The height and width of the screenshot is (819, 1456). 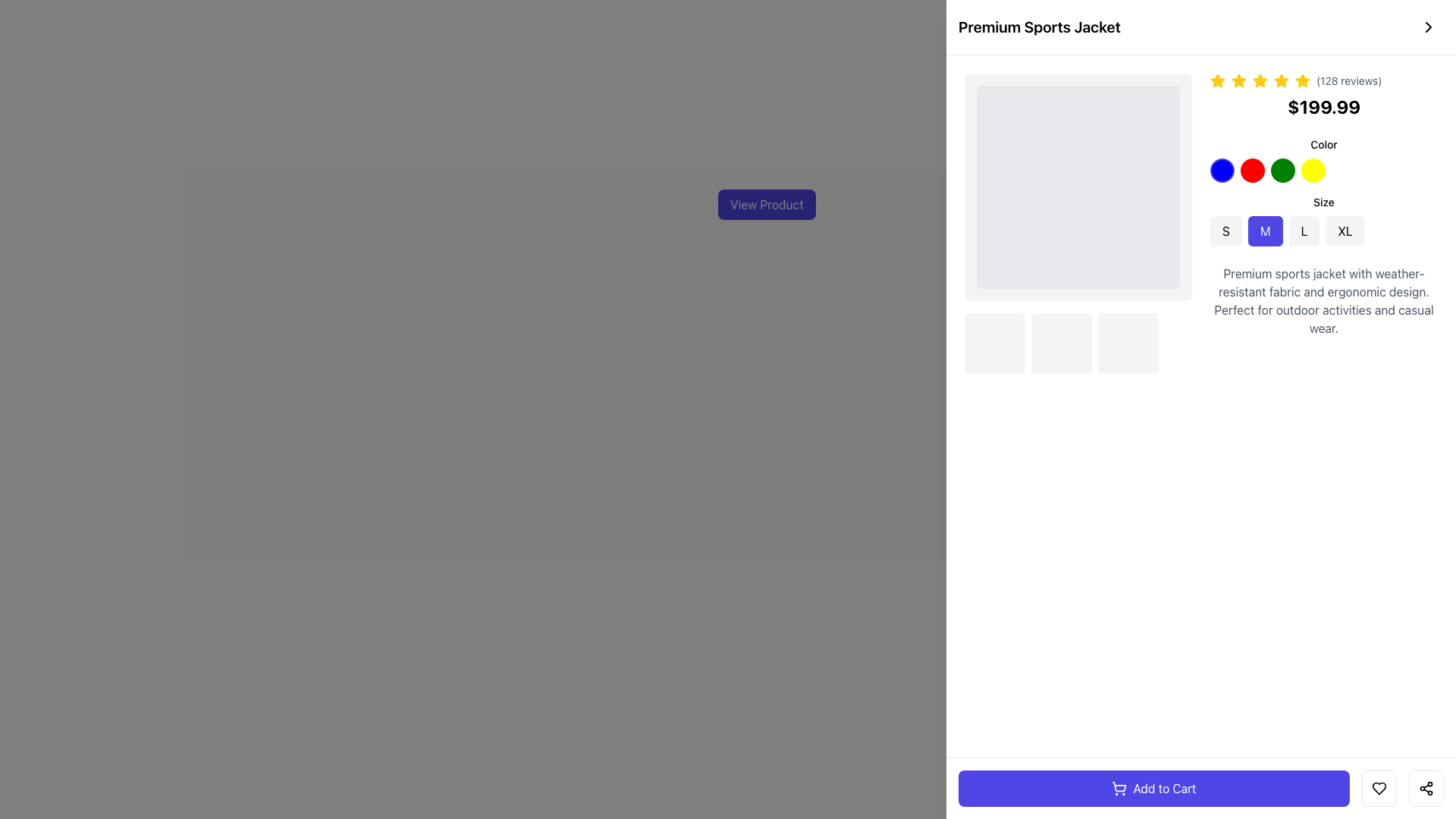 What do you see at coordinates (1216, 80) in the screenshot?
I see `the first star in the horizontal sequence of five stars to rate the product, located near the top-right of the product details section above the price information` at bounding box center [1216, 80].